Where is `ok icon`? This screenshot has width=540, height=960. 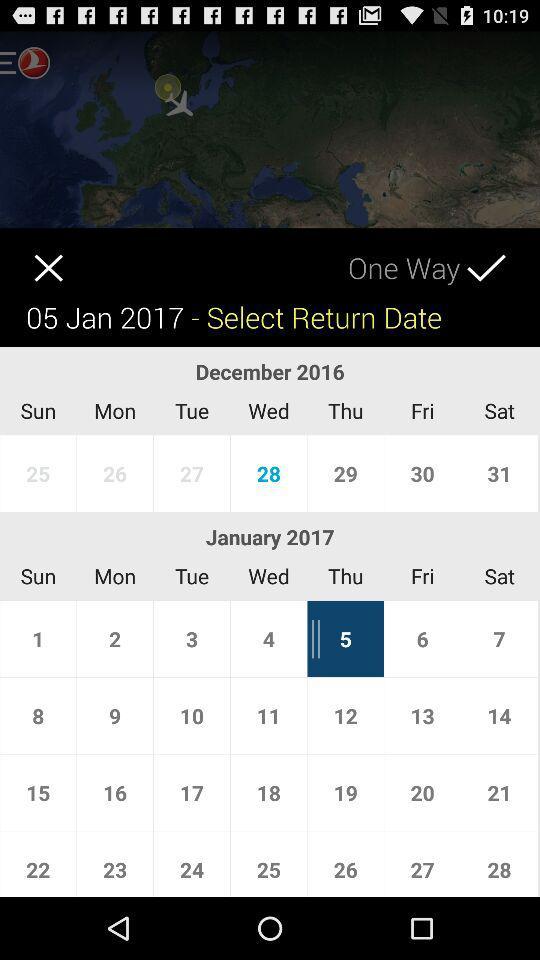
ok icon is located at coordinates (502, 253).